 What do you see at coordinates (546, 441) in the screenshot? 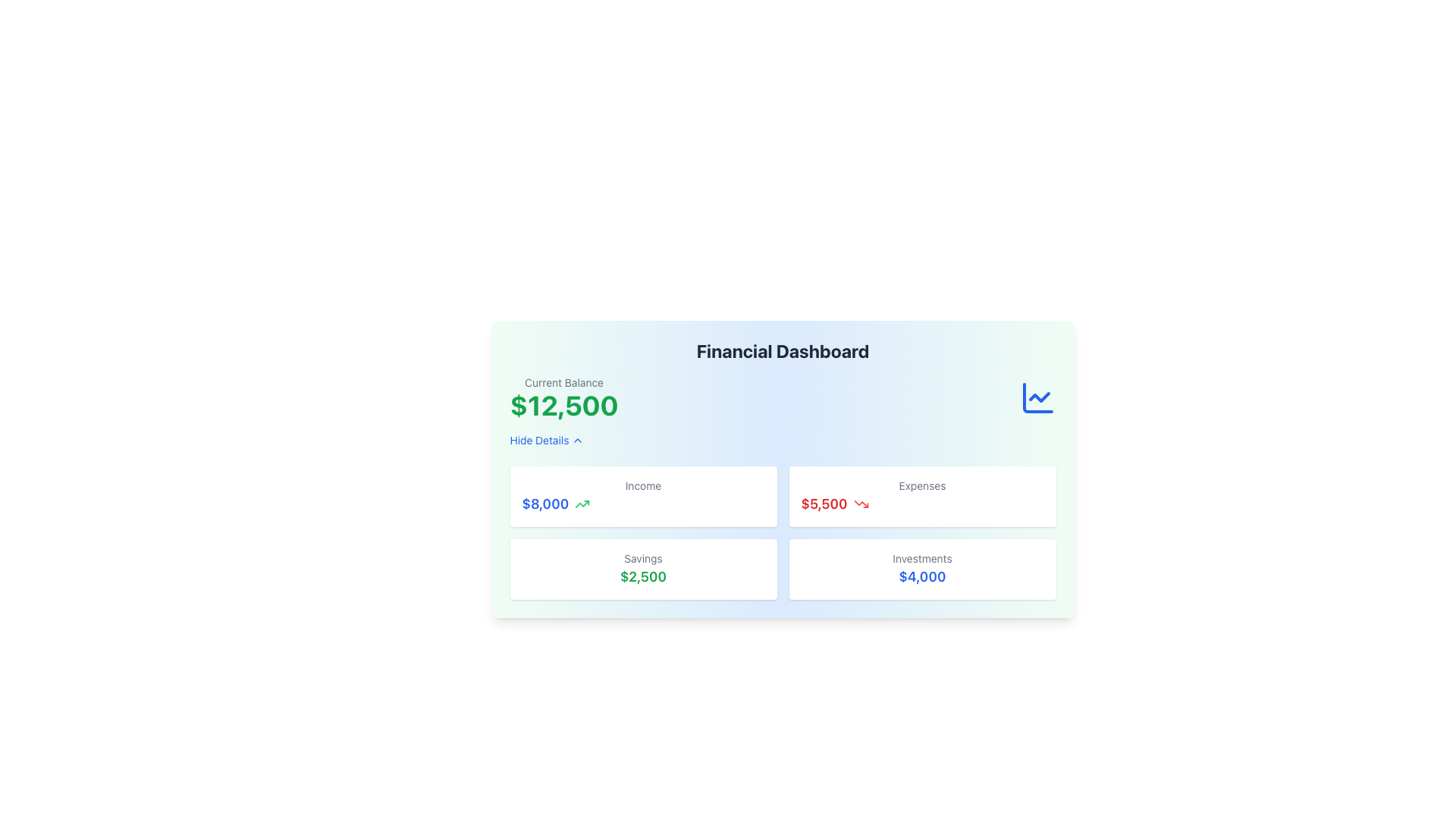
I see `the interactive link with an icon located directly below the '$12,500' text in the 'Current Balance' section of the 'Financial Dashboard'` at bounding box center [546, 441].